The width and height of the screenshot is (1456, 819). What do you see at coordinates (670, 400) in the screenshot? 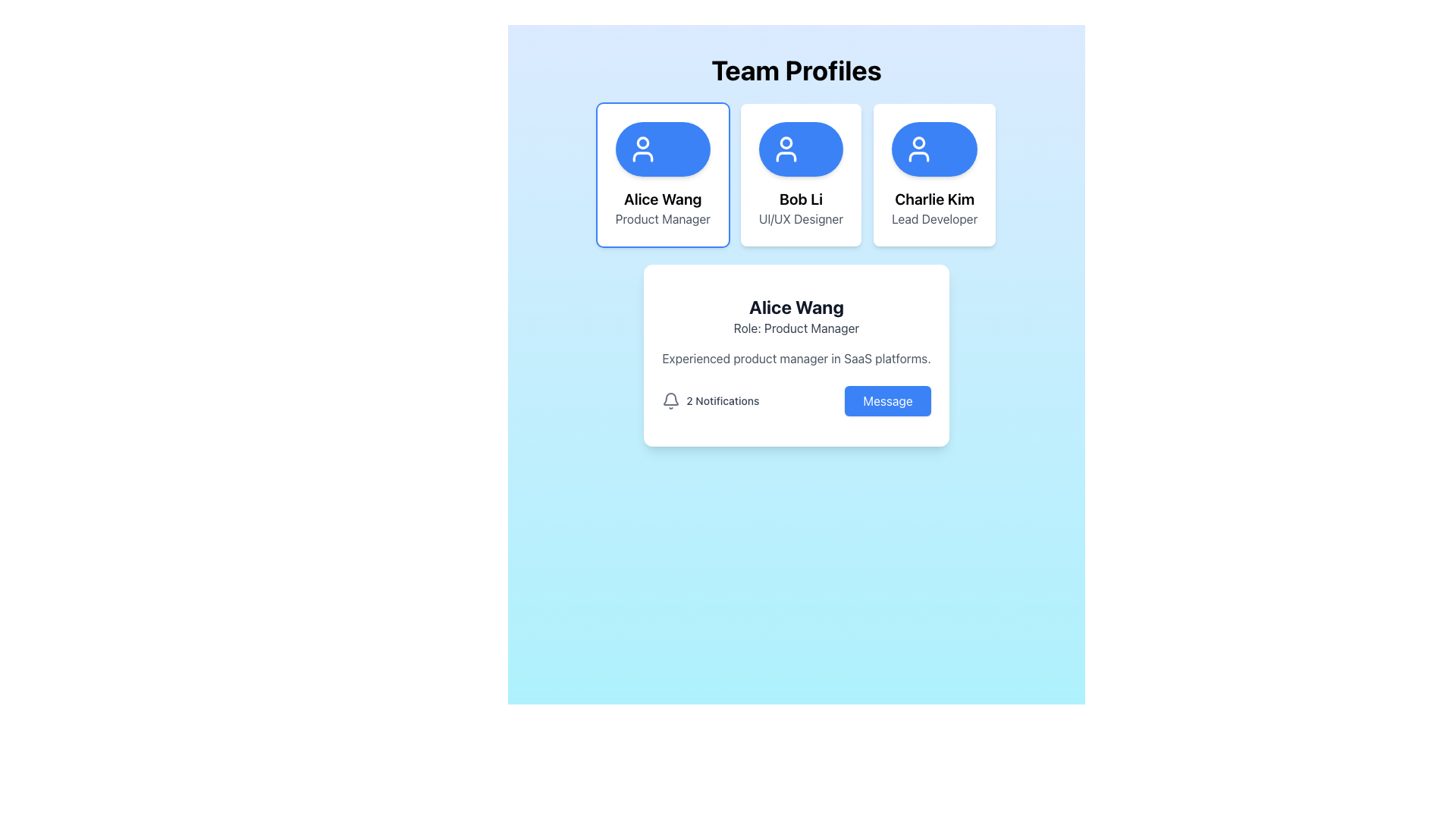
I see `the bell icon representing notifications for 'Alice Wang', which is located in the lower-left region of the information card` at bounding box center [670, 400].